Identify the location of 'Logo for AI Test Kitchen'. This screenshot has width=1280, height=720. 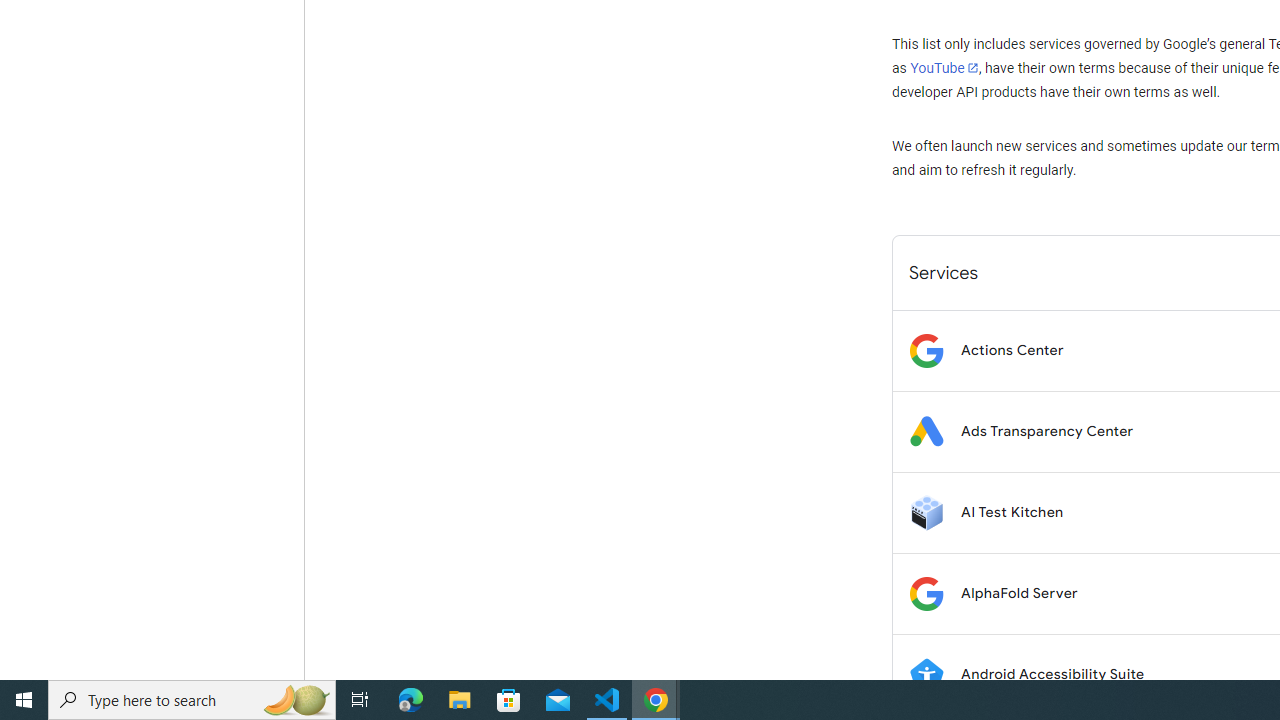
(925, 511).